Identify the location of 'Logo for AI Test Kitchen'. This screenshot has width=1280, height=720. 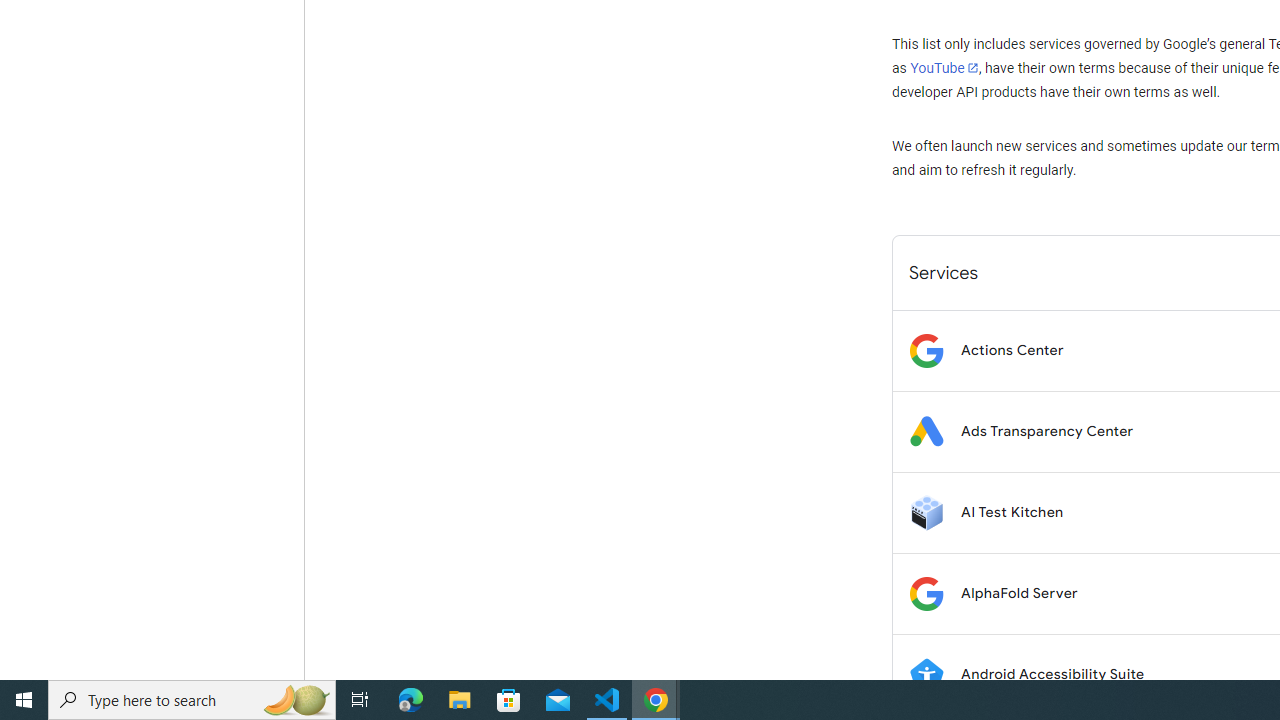
(925, 511).